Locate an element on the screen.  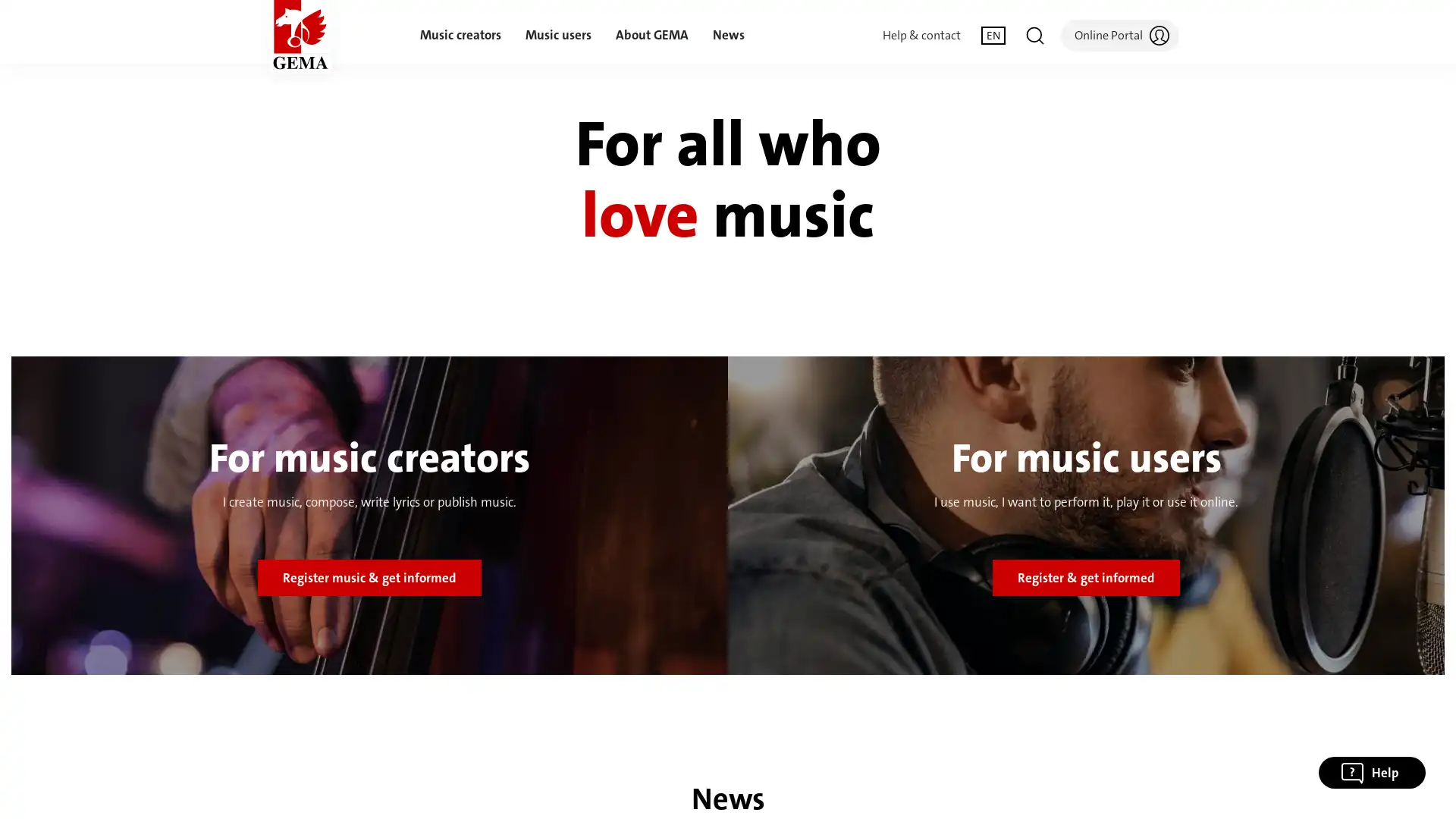
Toggle navigation is located at coordinates (1034, 34).